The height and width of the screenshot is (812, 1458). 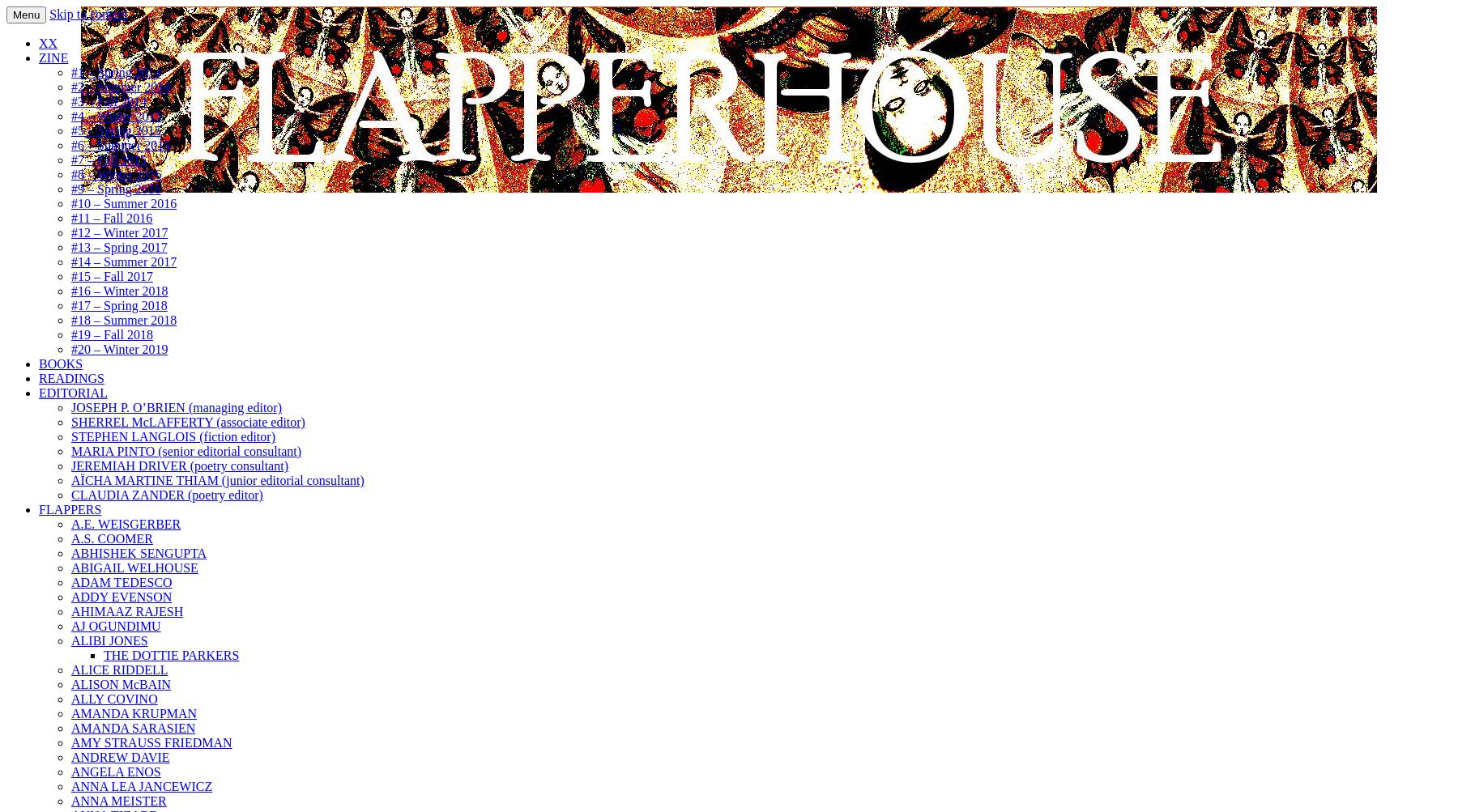 What do you see at coordinates (121, 86) in the screenshot?
I see `'#2 – Summer 2014'` at bounding box center [121, 86].